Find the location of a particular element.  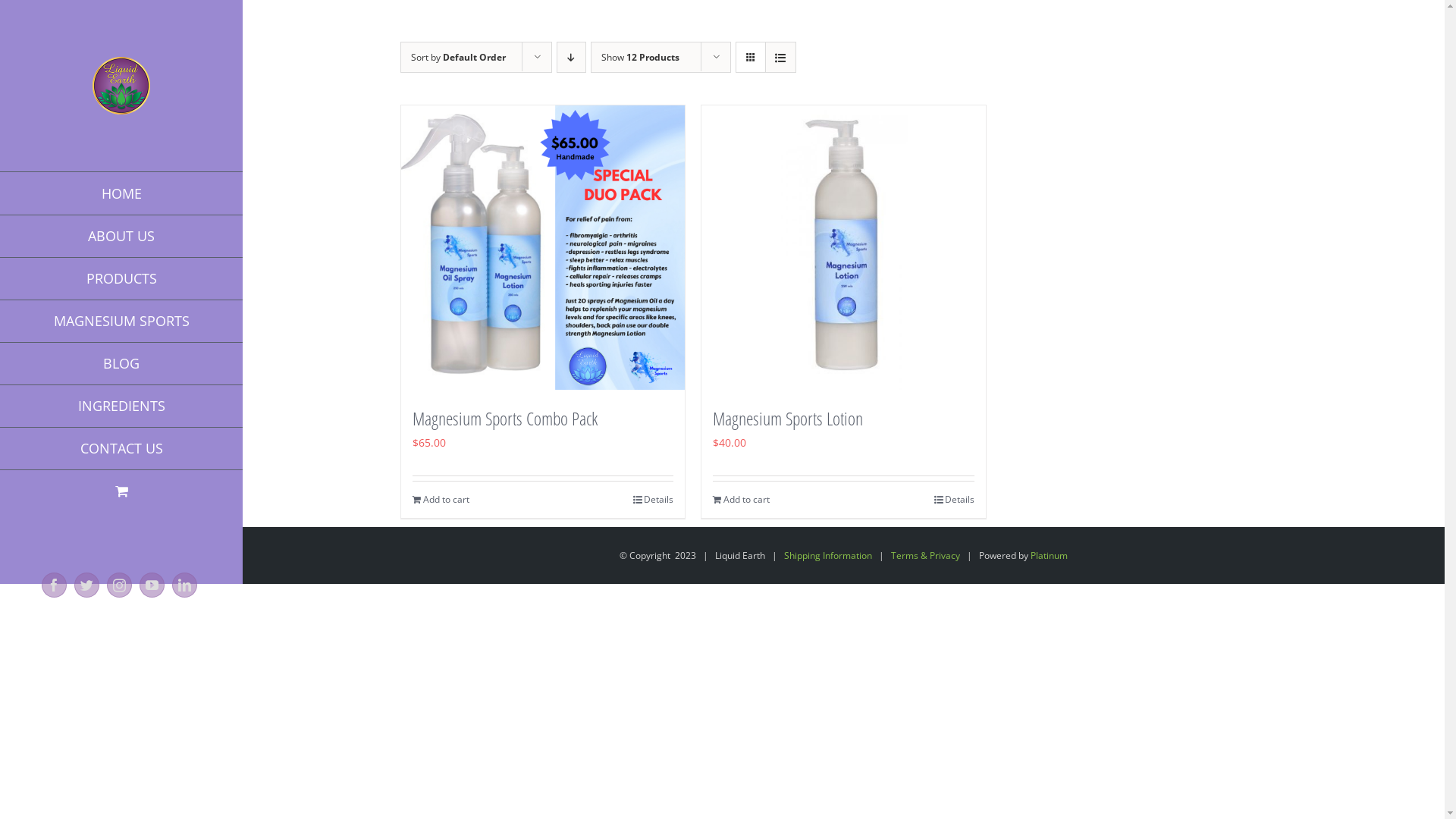

'Show 12 Products' is located at coordinates (639, 56).